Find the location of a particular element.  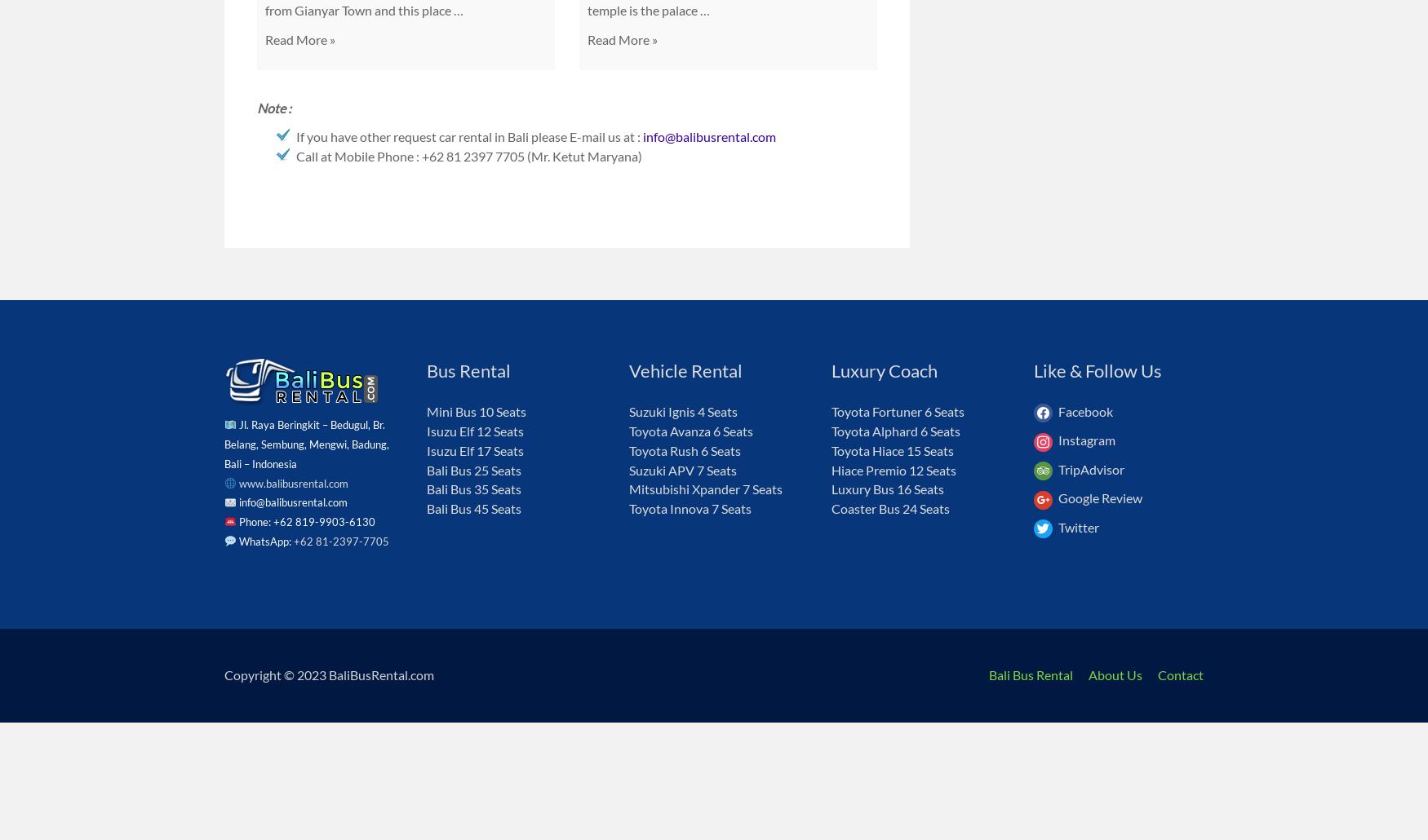

'Instagram' is located at coordinates (1086, 440).